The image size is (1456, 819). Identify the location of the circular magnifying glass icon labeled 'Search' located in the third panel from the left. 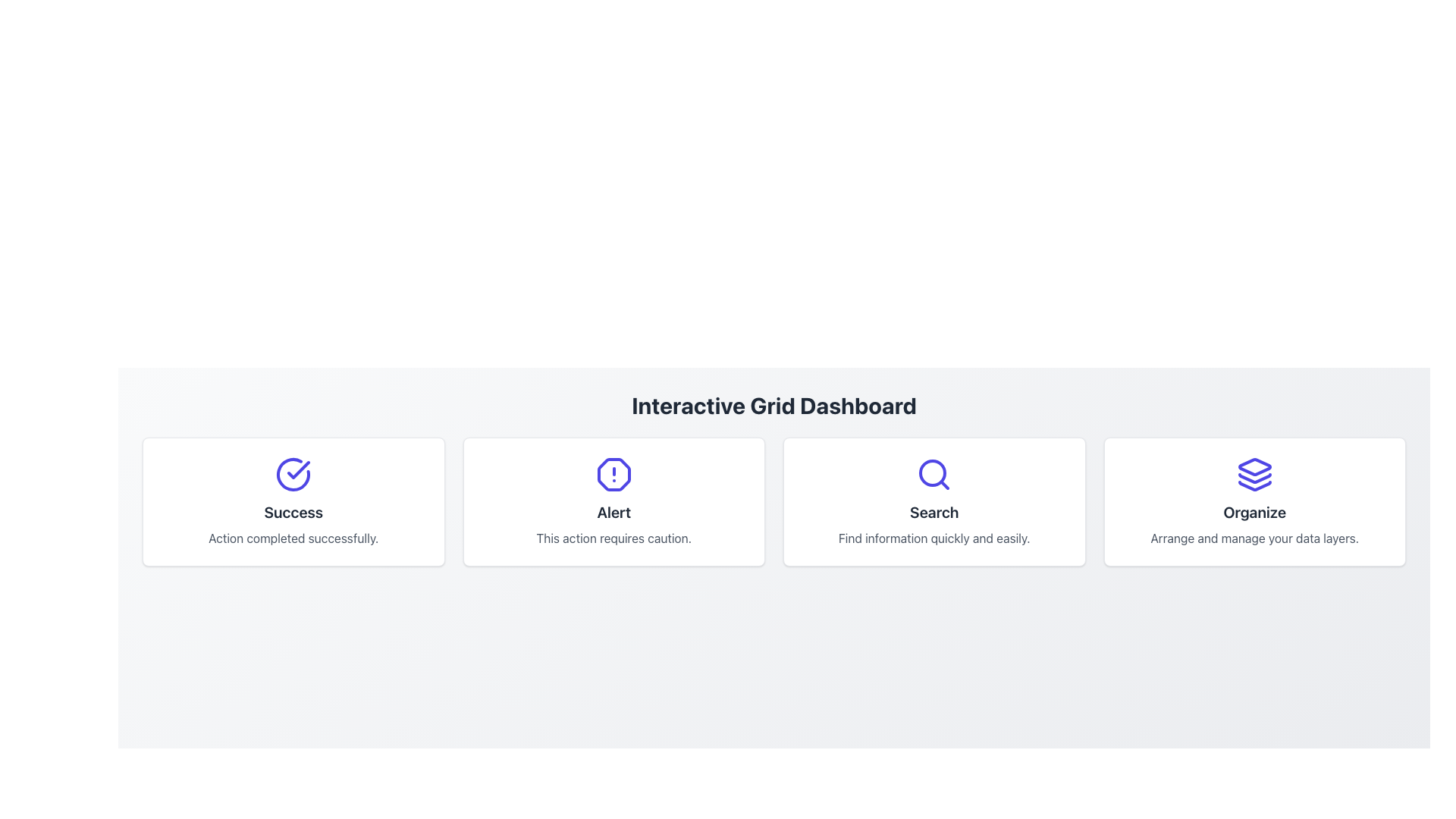
(932, 472).